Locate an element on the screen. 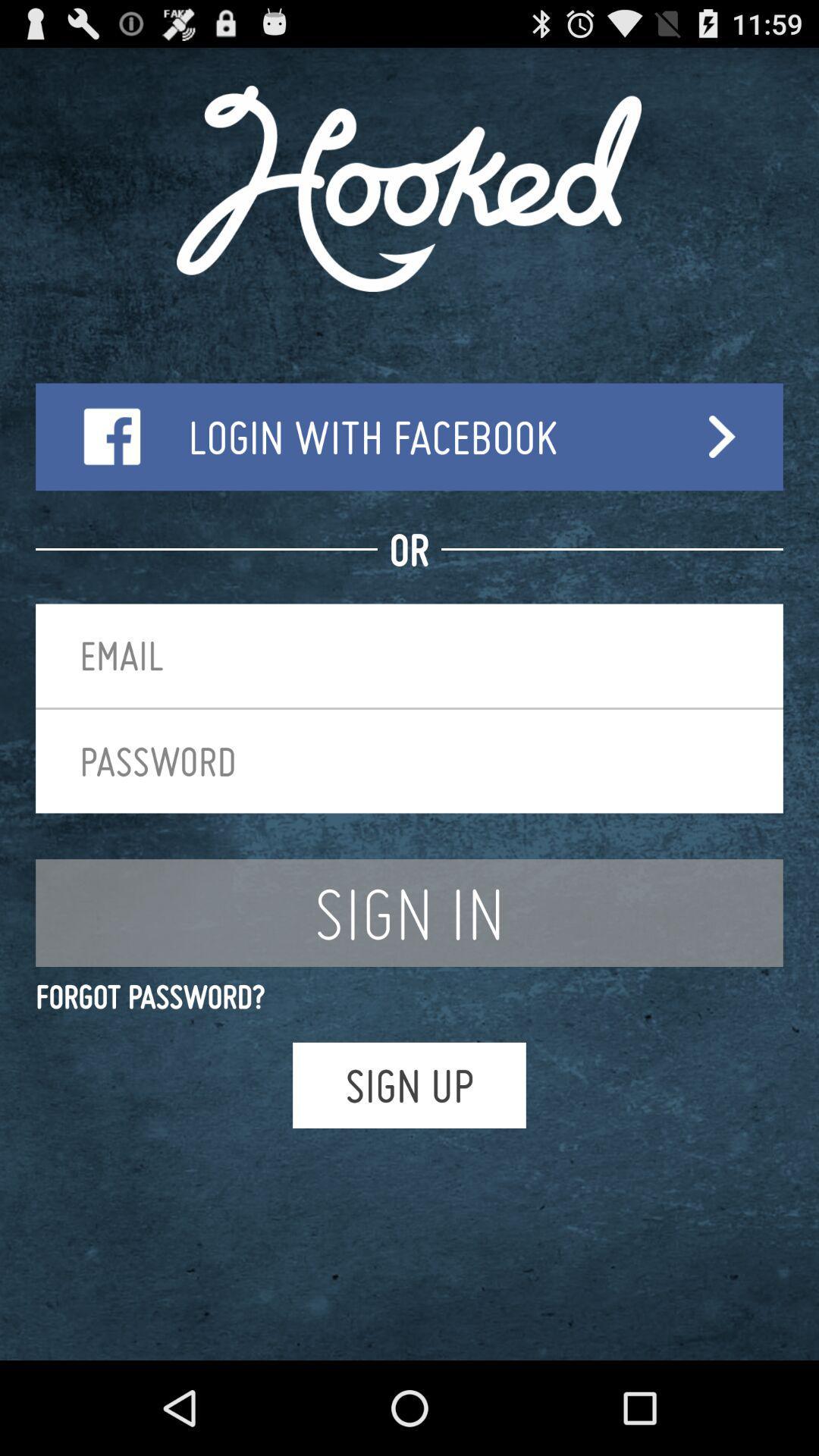  button below sign in item is located at coordinates (409, 996).